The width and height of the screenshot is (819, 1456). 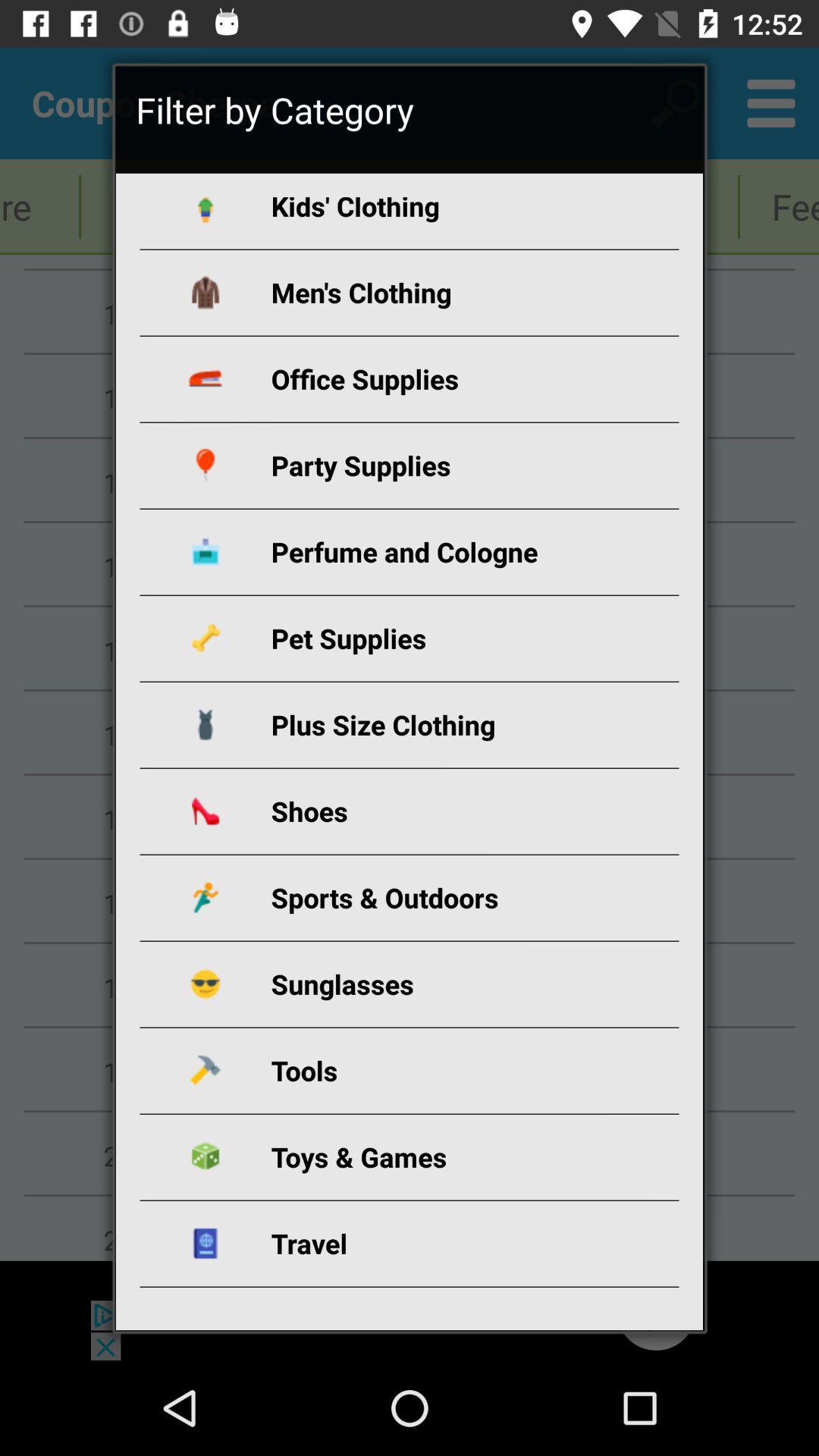 What do you see at coordinates (427, 723) in the screenshot?
I see `the item below the pet supplies item` at bounding box center [427, 723].